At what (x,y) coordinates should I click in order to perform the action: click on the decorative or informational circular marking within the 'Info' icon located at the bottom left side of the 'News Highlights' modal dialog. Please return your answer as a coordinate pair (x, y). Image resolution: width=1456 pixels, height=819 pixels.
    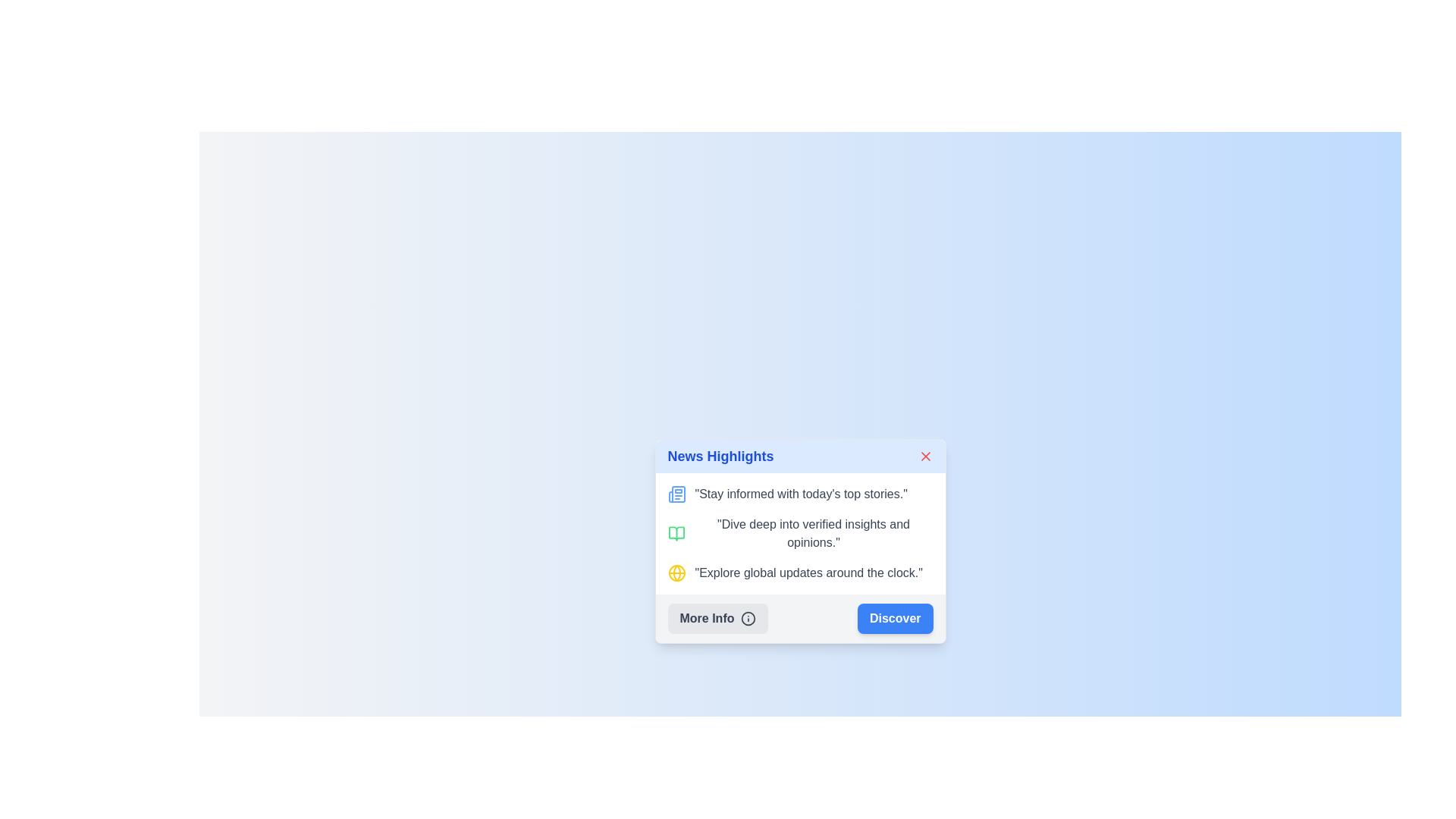
    Looking at the image, I should click on (748, 619).